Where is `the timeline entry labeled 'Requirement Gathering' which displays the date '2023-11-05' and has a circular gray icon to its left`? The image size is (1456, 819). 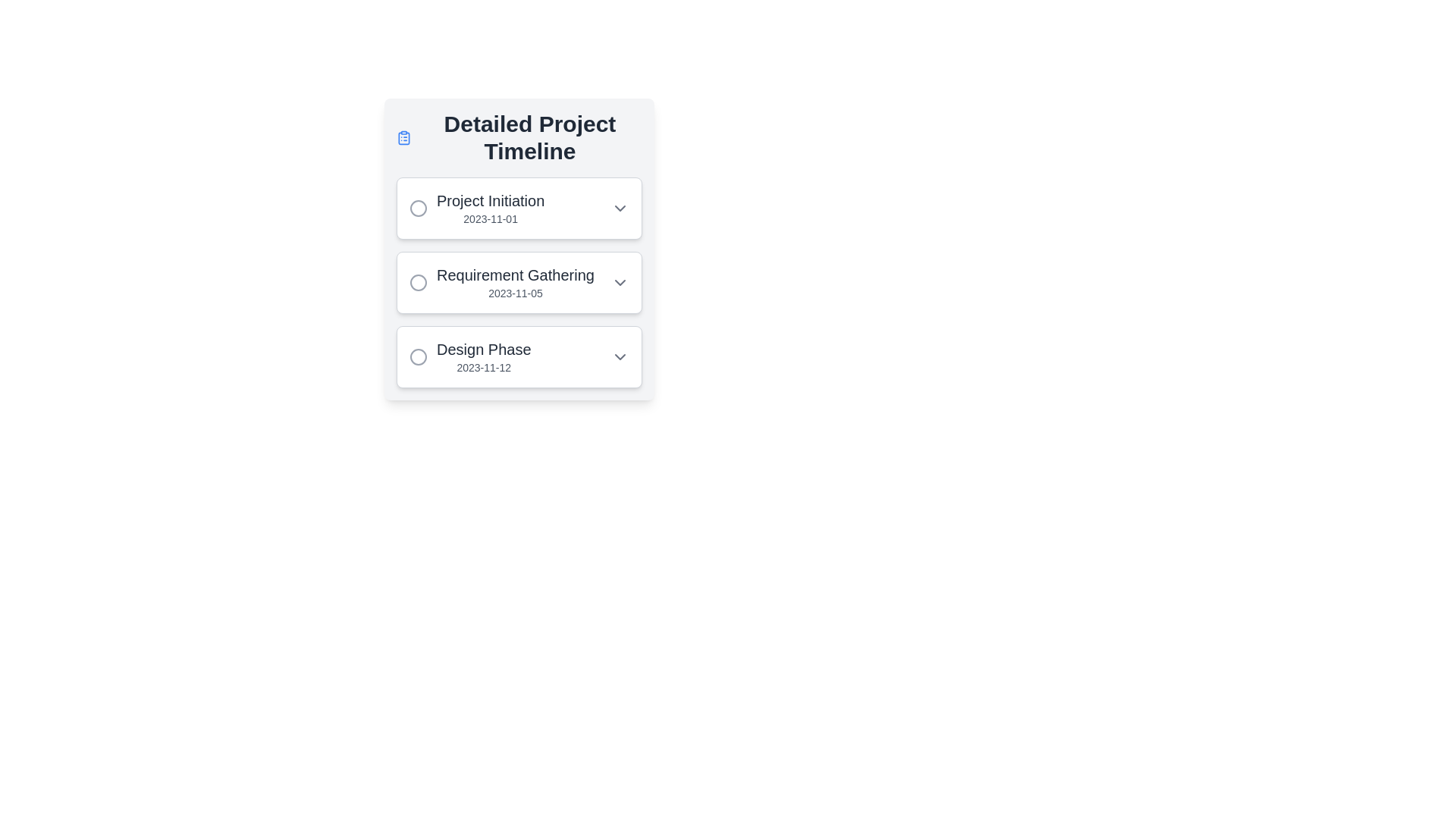 the timeline entry labeled 'Requirement Gathering' which displays the date '2023-11-05' and has a circular gray icon to its left is located at coordinates (502, 283).